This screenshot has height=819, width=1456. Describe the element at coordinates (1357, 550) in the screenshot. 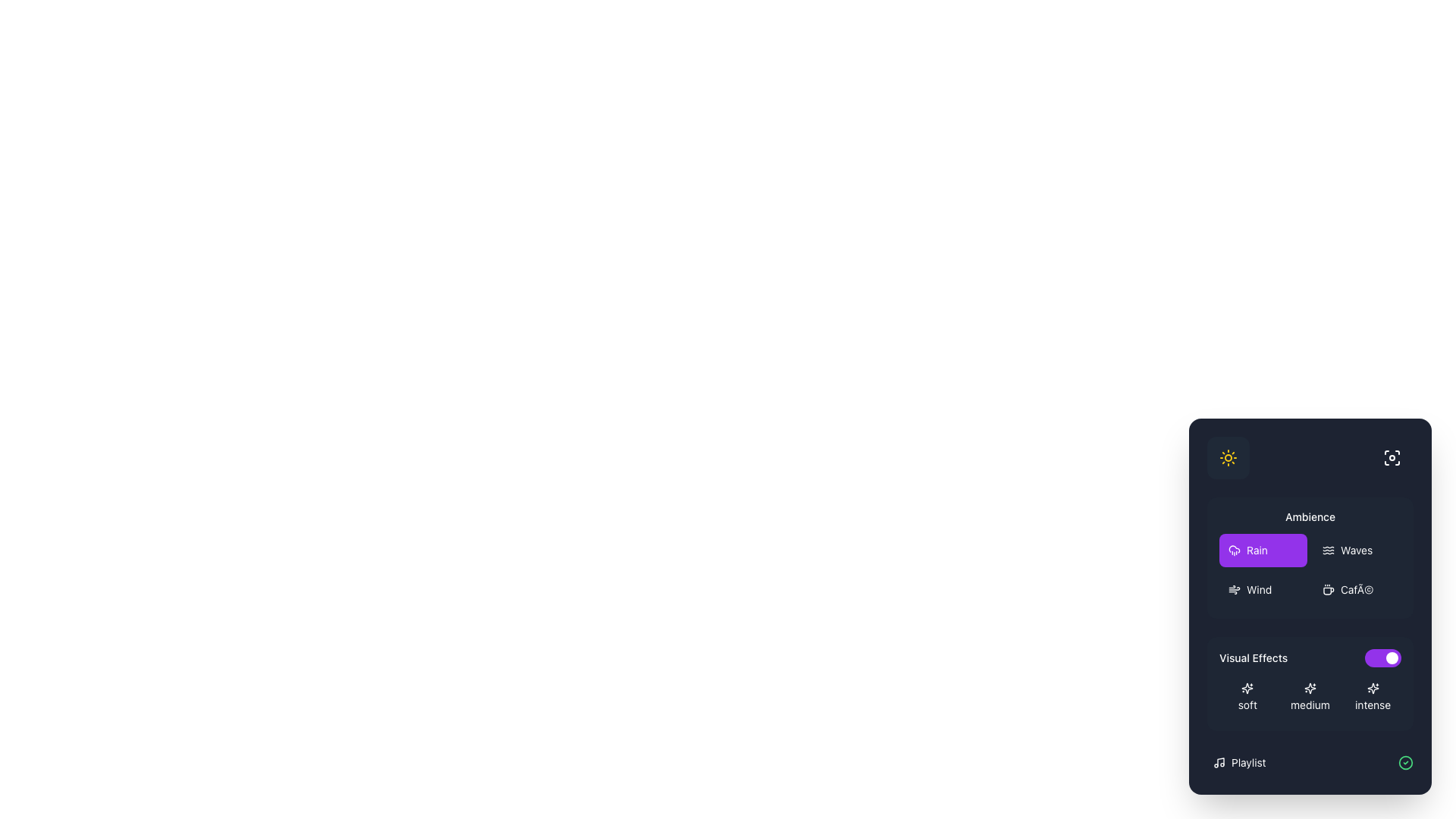

I see `the label containing the text 'Waves', which is styled with a small font size and is positioned in the 'Ambience' section adjacent to a wave icon` at that location.